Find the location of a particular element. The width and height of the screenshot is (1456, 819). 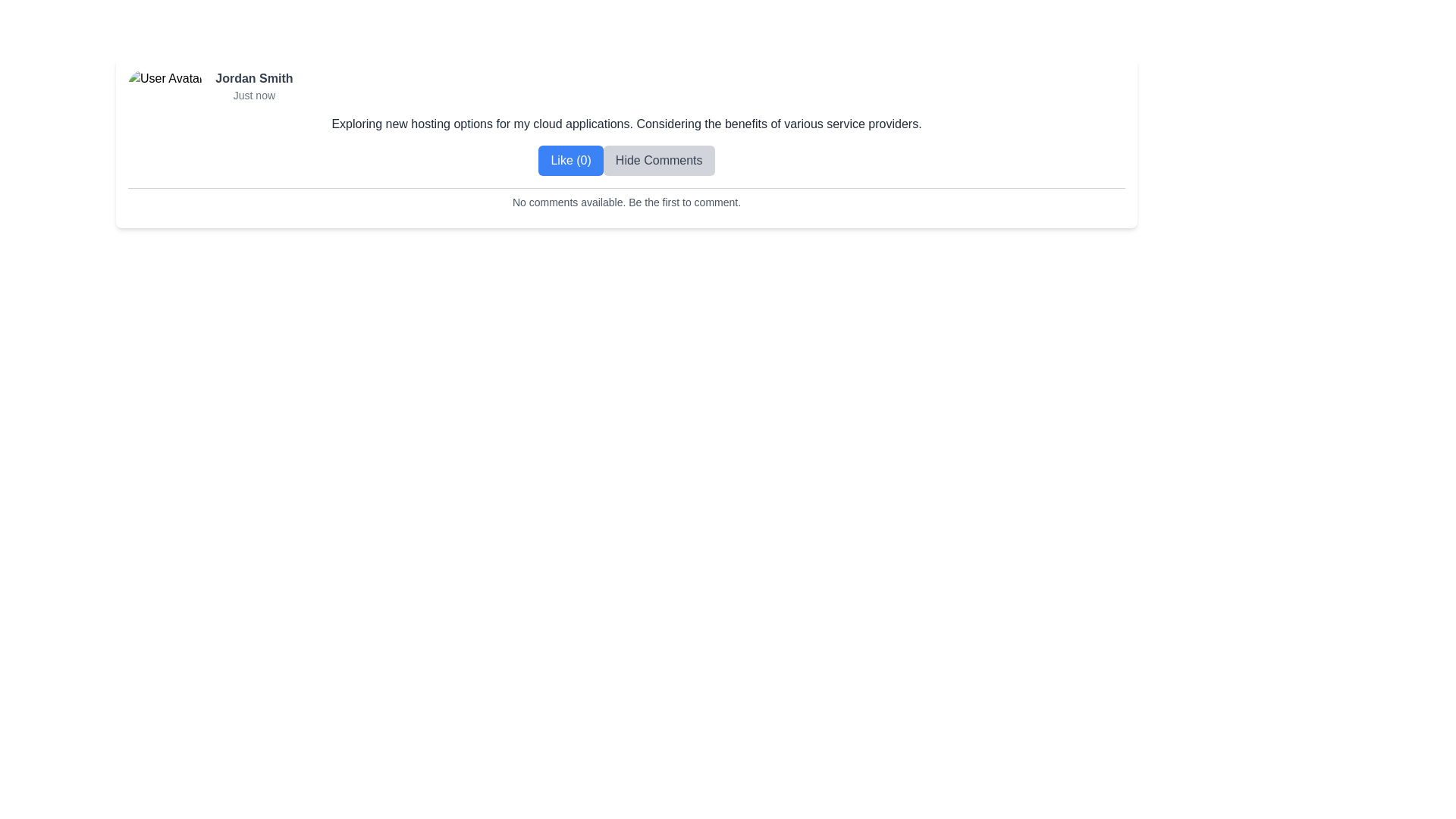

the static text element displaying 'Exploring new hosting options for my cloud applications. Considering the benefits of various service providers.' is located at coordinates (626, 124).